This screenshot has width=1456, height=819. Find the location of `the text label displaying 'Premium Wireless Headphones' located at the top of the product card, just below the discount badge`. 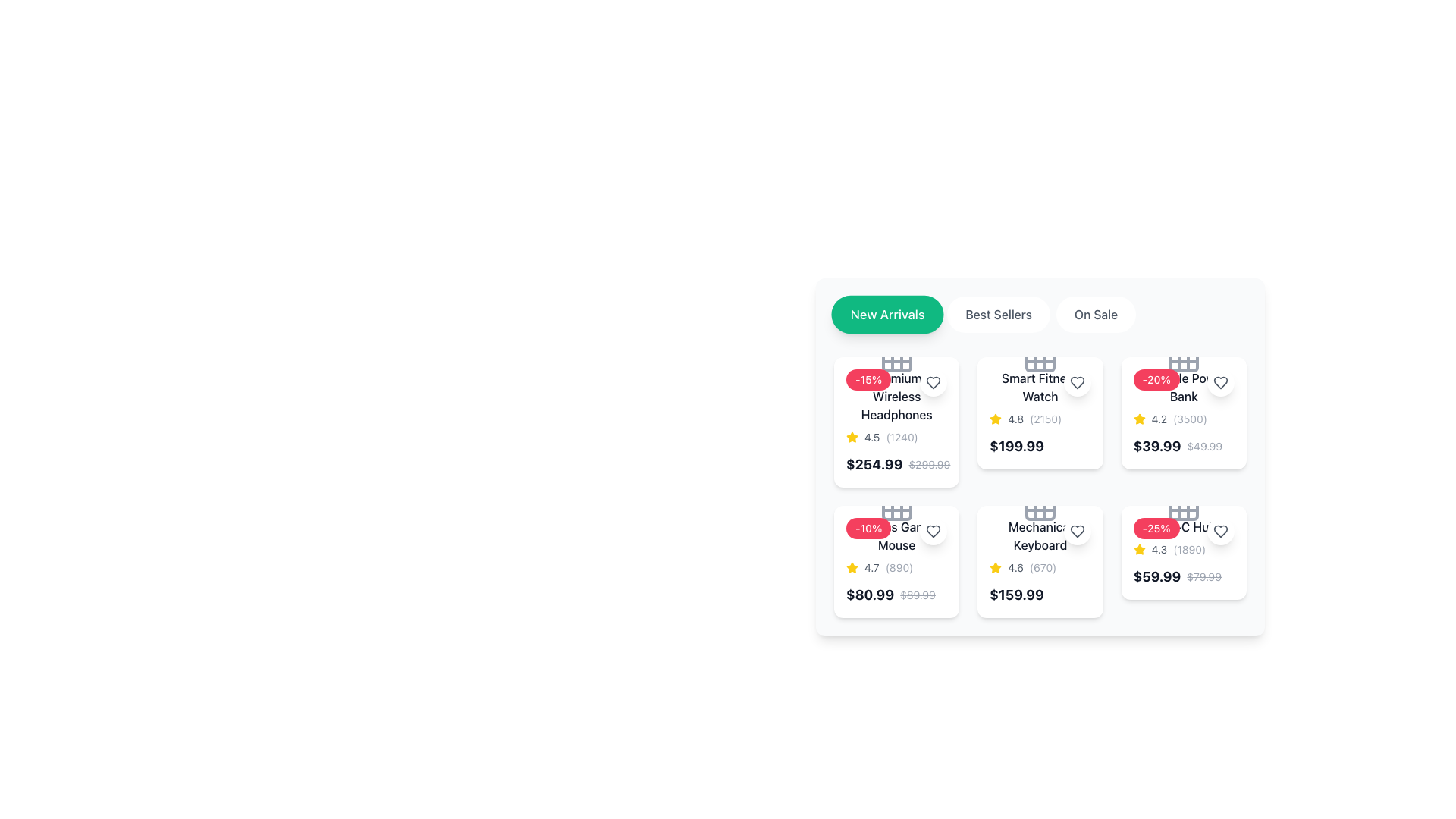

the text label displaying 'Premium Wireless Headphones' located at the top of the product card, just below the discount badge is located at coordinates (896, 396).